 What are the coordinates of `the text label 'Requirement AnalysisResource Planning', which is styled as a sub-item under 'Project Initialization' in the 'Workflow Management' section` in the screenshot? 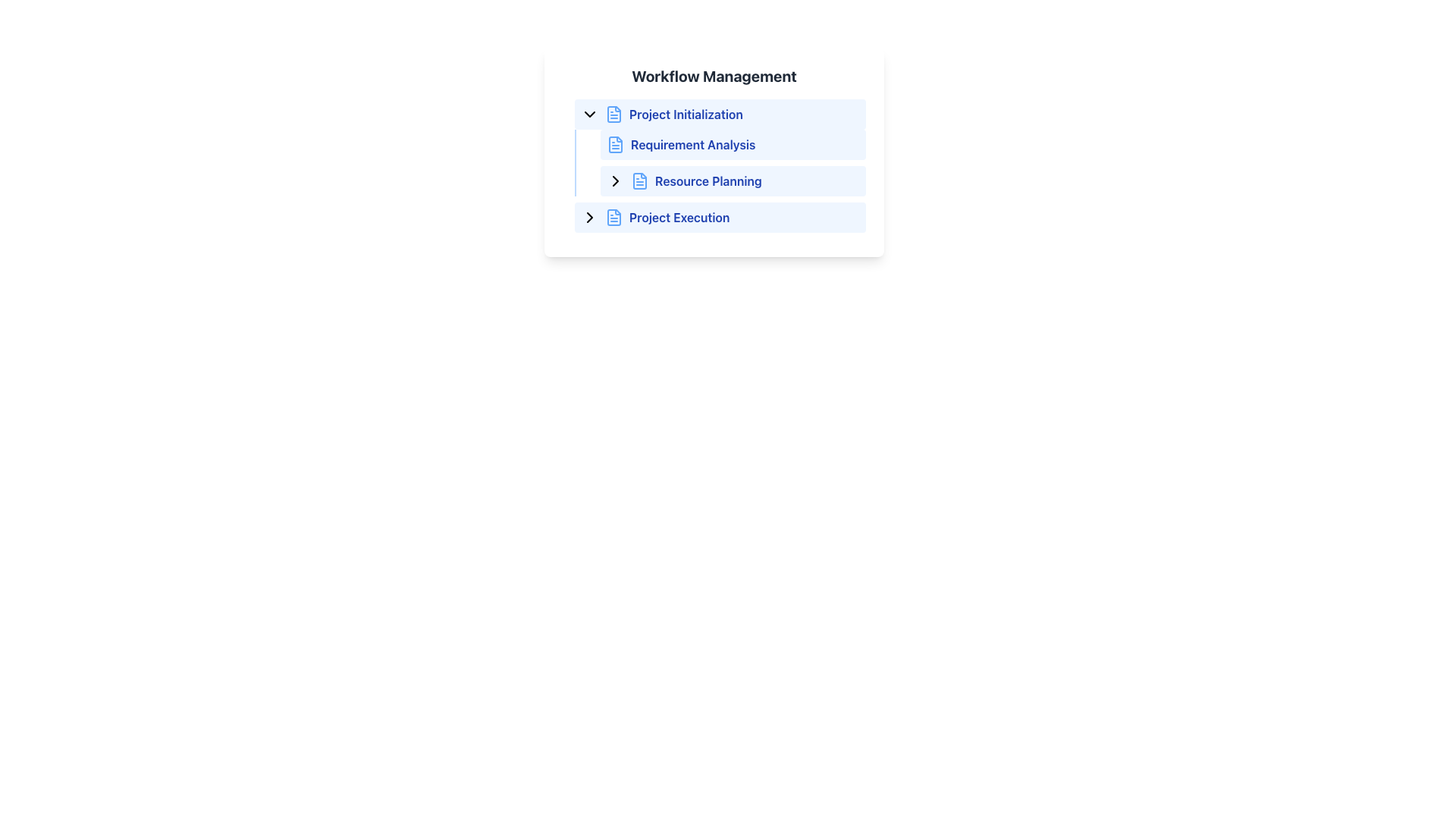 It's located at (720, 148).